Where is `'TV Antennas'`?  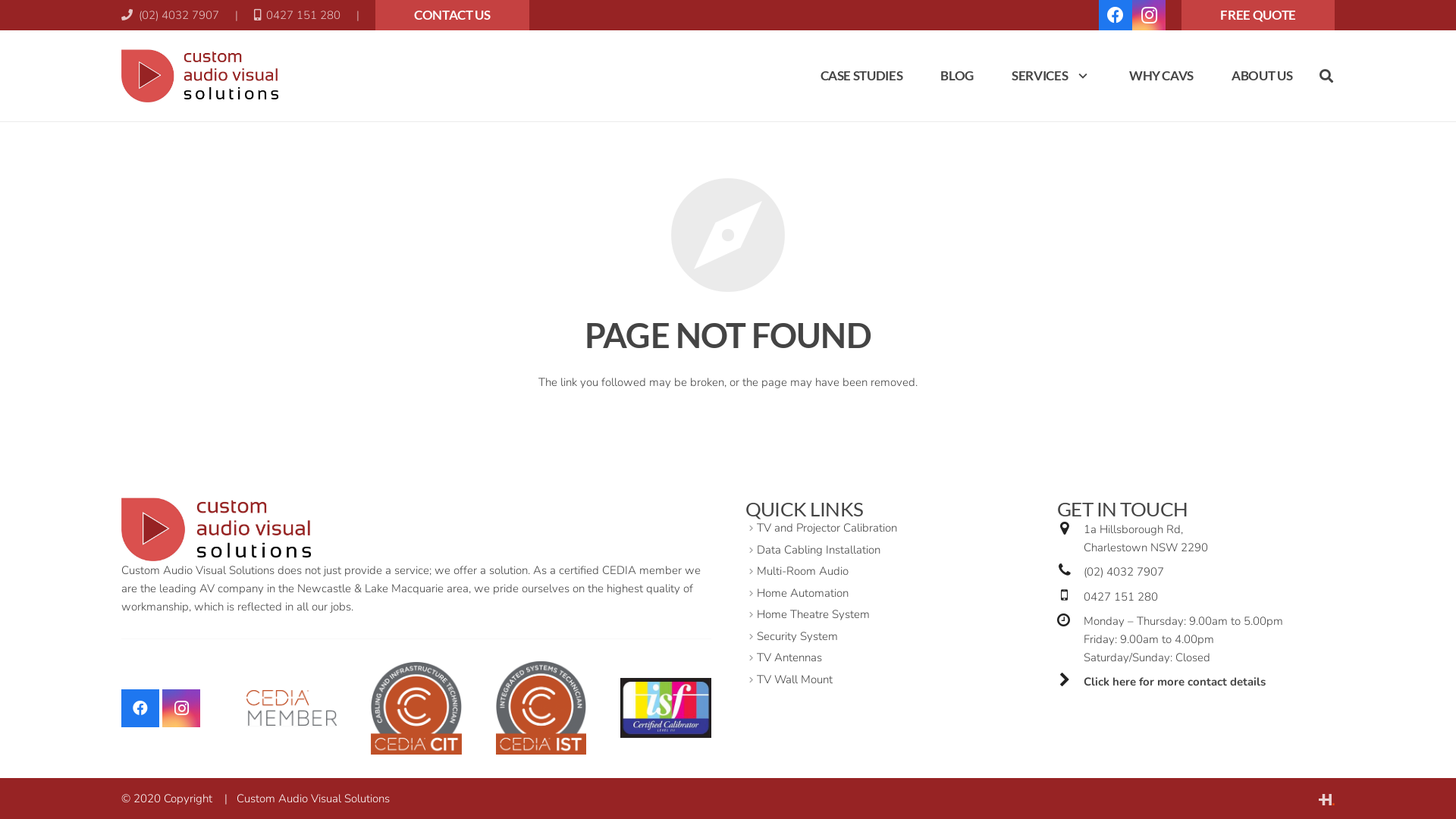
'TV Antennas' is located at coordinates (789, 657).